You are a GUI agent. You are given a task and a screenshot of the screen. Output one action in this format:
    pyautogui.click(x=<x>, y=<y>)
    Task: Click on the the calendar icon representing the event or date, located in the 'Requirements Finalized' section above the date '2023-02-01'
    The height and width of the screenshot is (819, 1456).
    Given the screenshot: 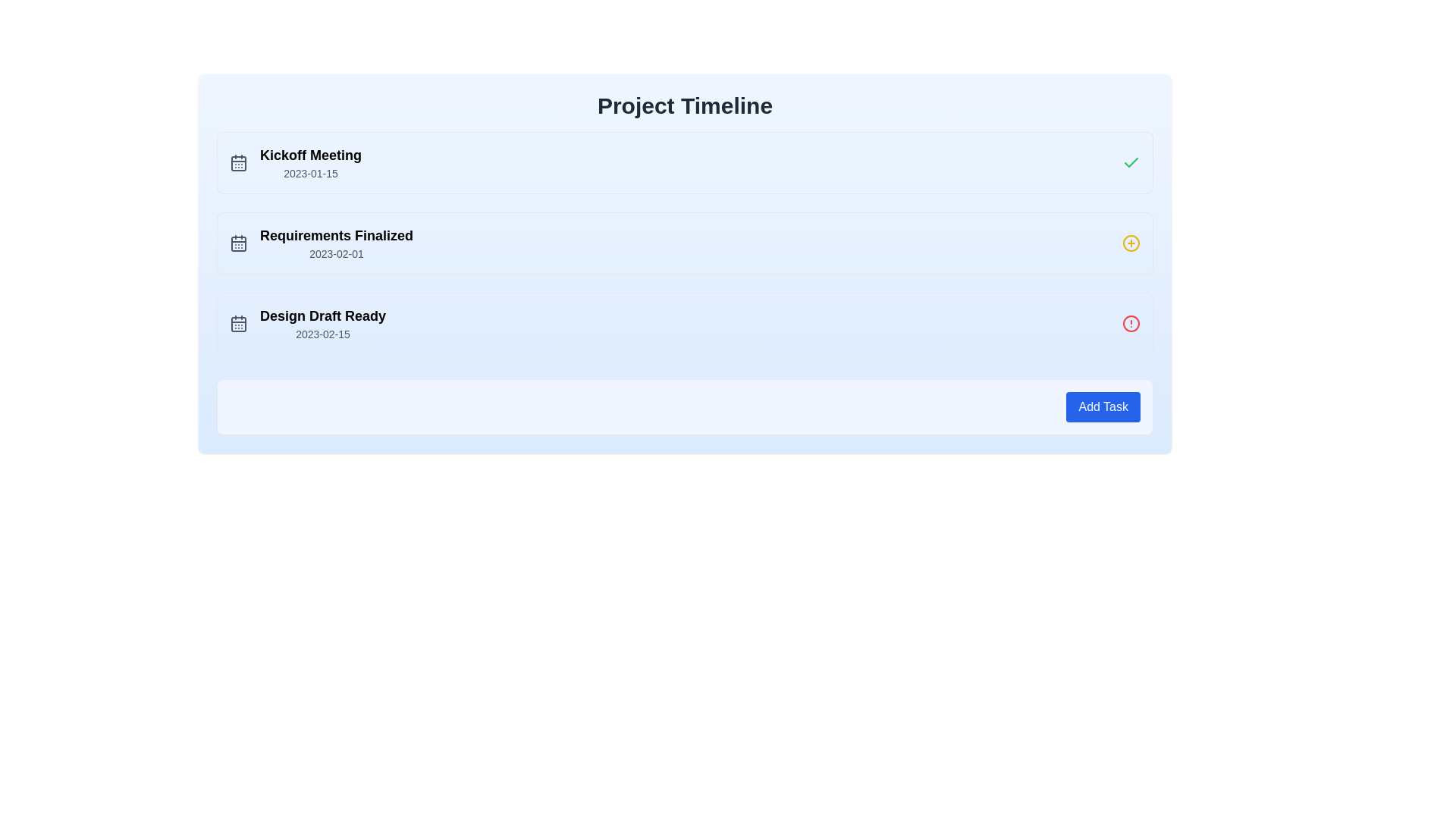 What is the action you would take?
    pyautogui.click(x=238, y=242)
    